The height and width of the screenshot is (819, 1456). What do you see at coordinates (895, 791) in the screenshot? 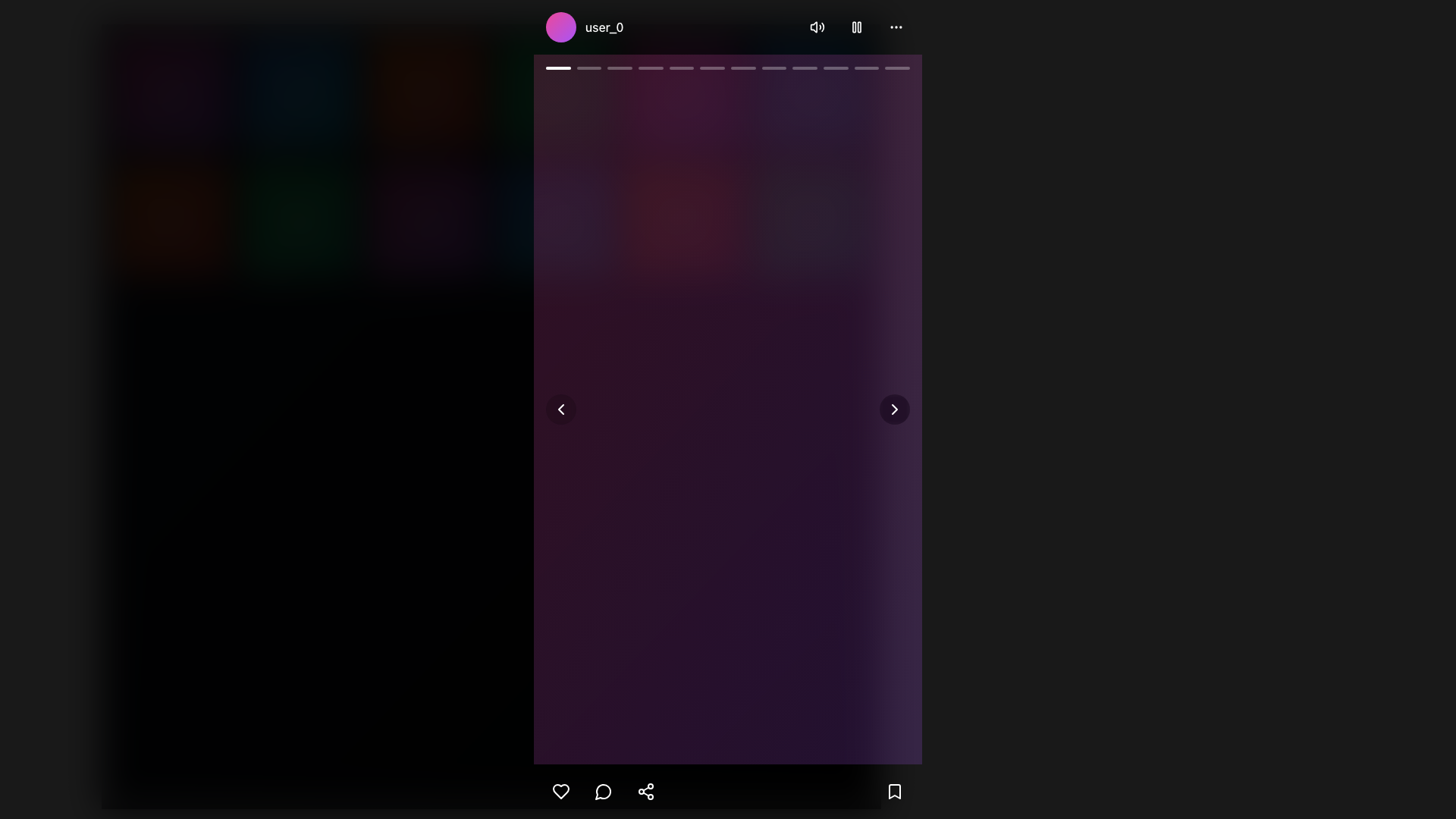
I see `the circular button with a bookmark icon located at the far right of the bottom navigation bar for additional options` at bounding box center [895, 791].